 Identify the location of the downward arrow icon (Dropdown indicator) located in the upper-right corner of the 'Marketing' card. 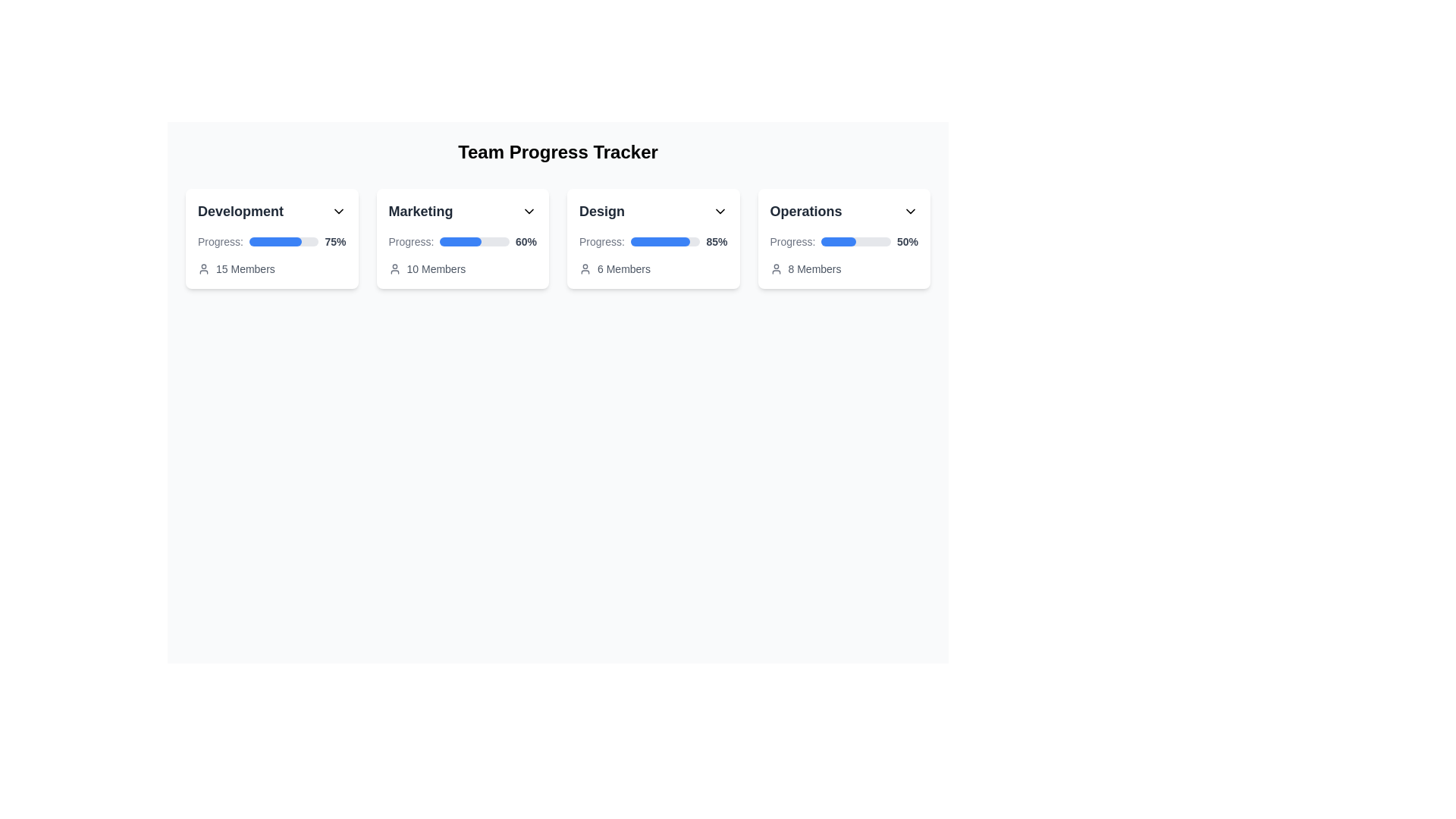
(529, 211).